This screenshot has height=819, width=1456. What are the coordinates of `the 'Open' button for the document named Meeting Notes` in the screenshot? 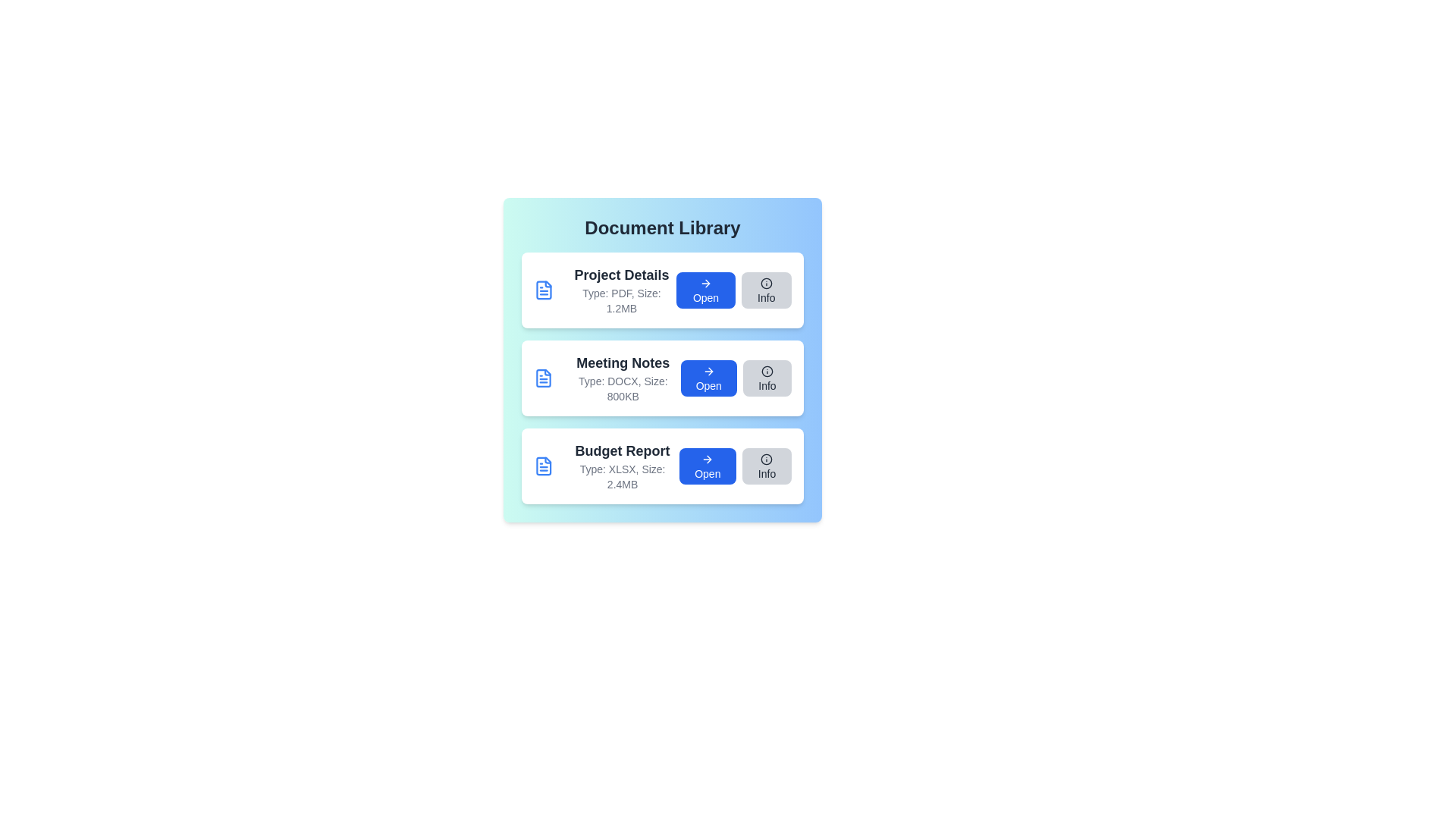 It's located at (708, 377).